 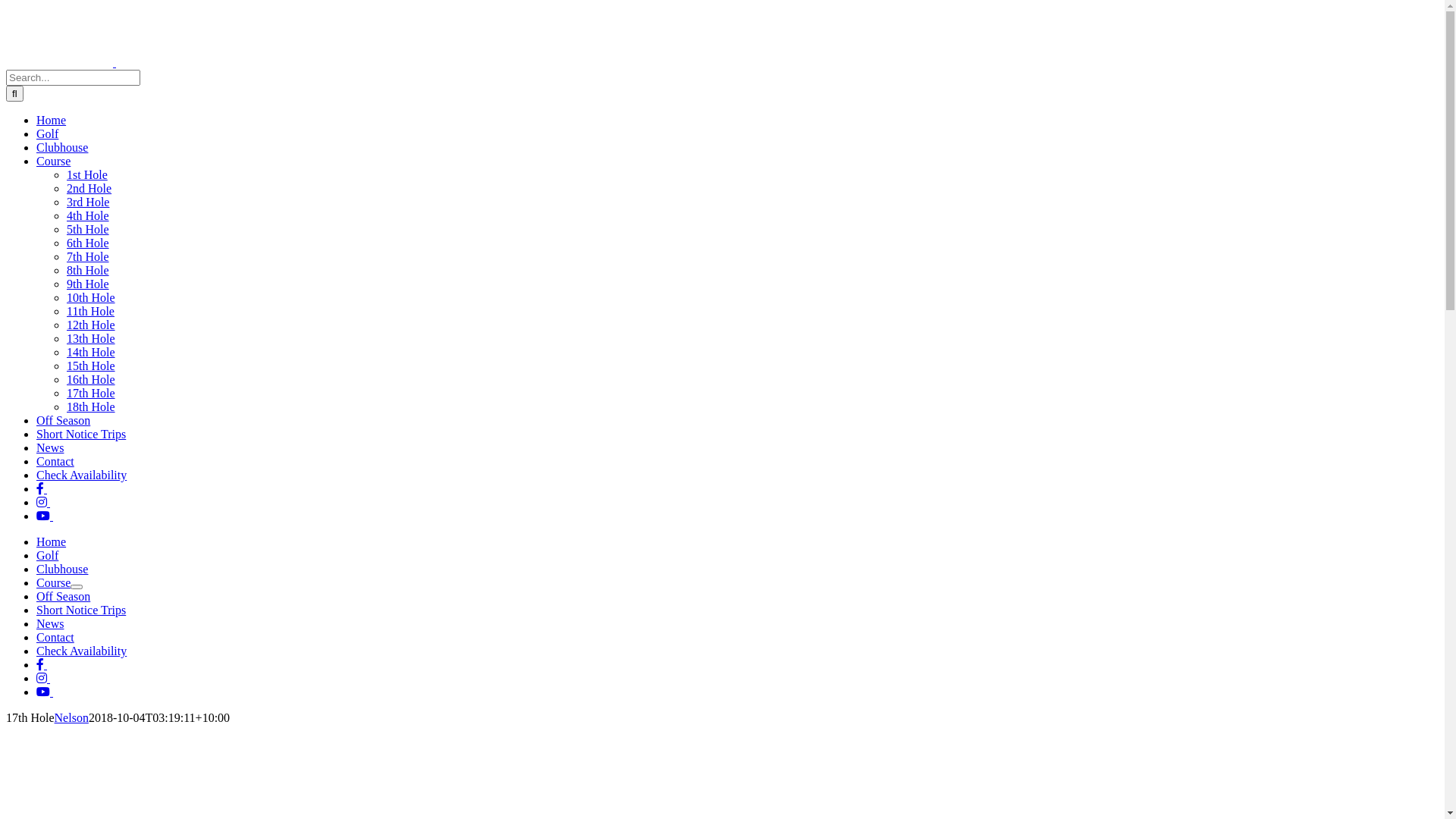 I want to click on 'Course', so click(x=36, y=582).